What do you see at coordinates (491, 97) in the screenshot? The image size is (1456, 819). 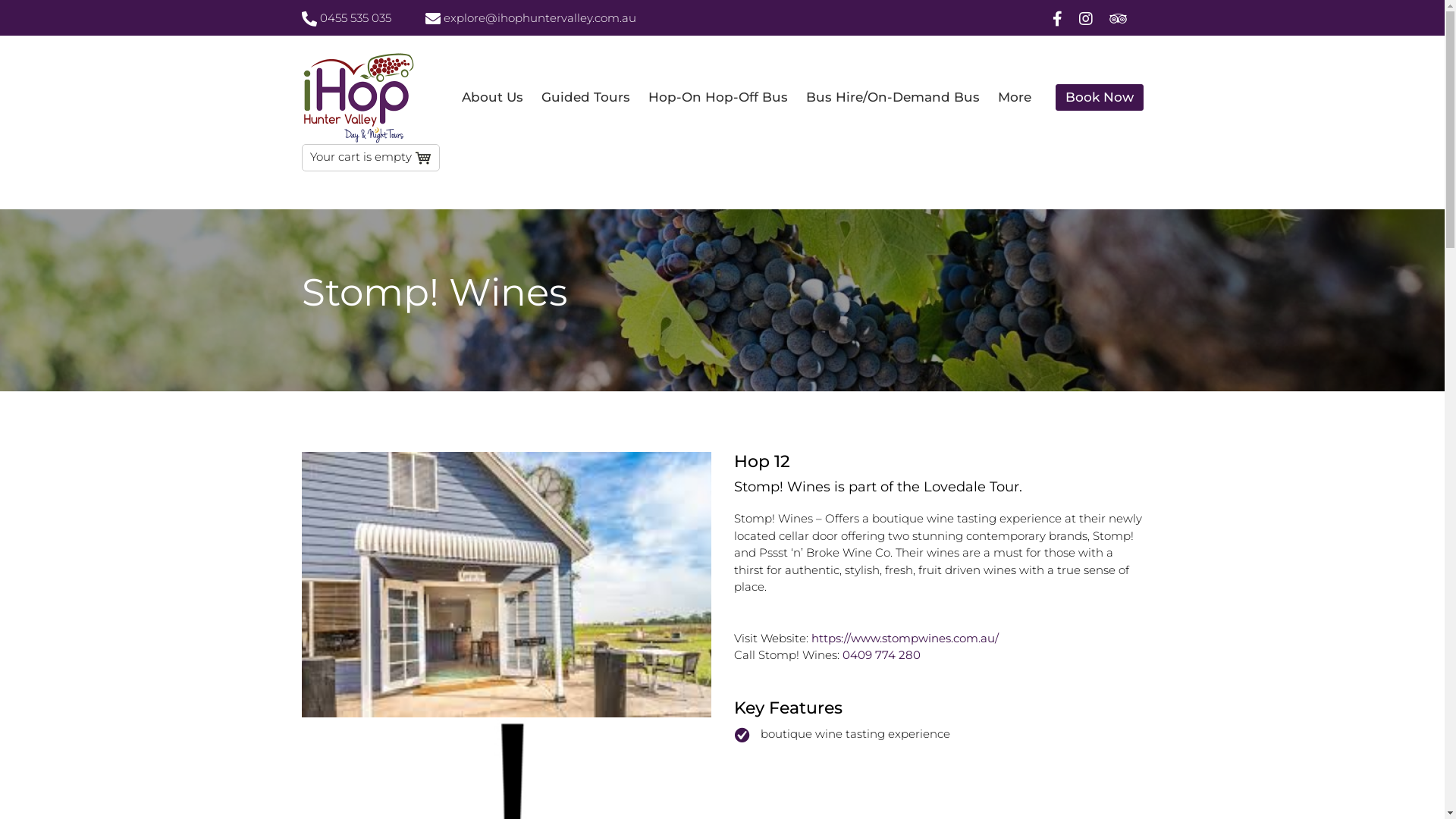 I see `'About Us'` at bounding box center [491, 97].